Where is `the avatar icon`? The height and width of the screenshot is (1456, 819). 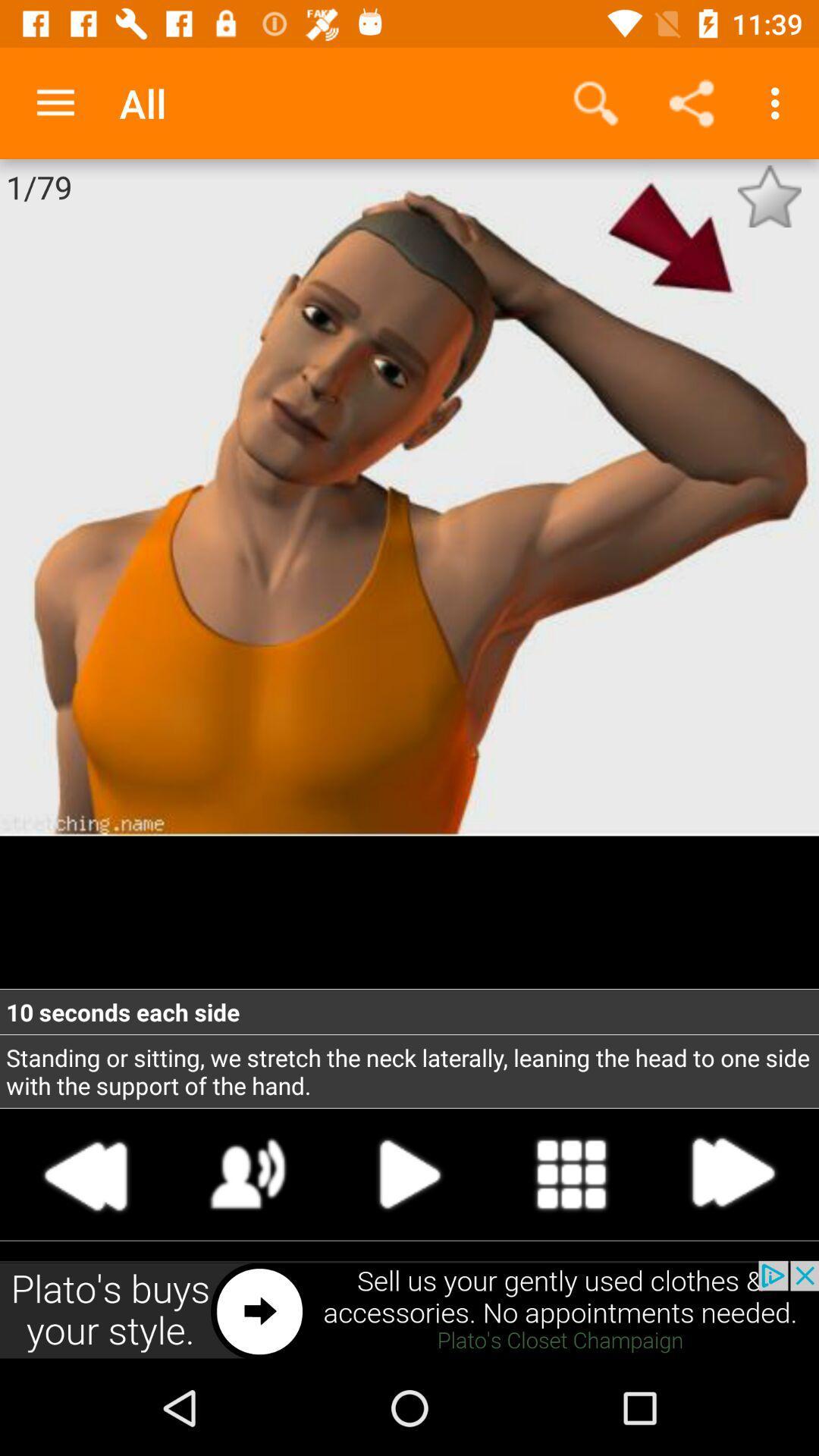 the avatar icon is located at coordinates (247, 1173).